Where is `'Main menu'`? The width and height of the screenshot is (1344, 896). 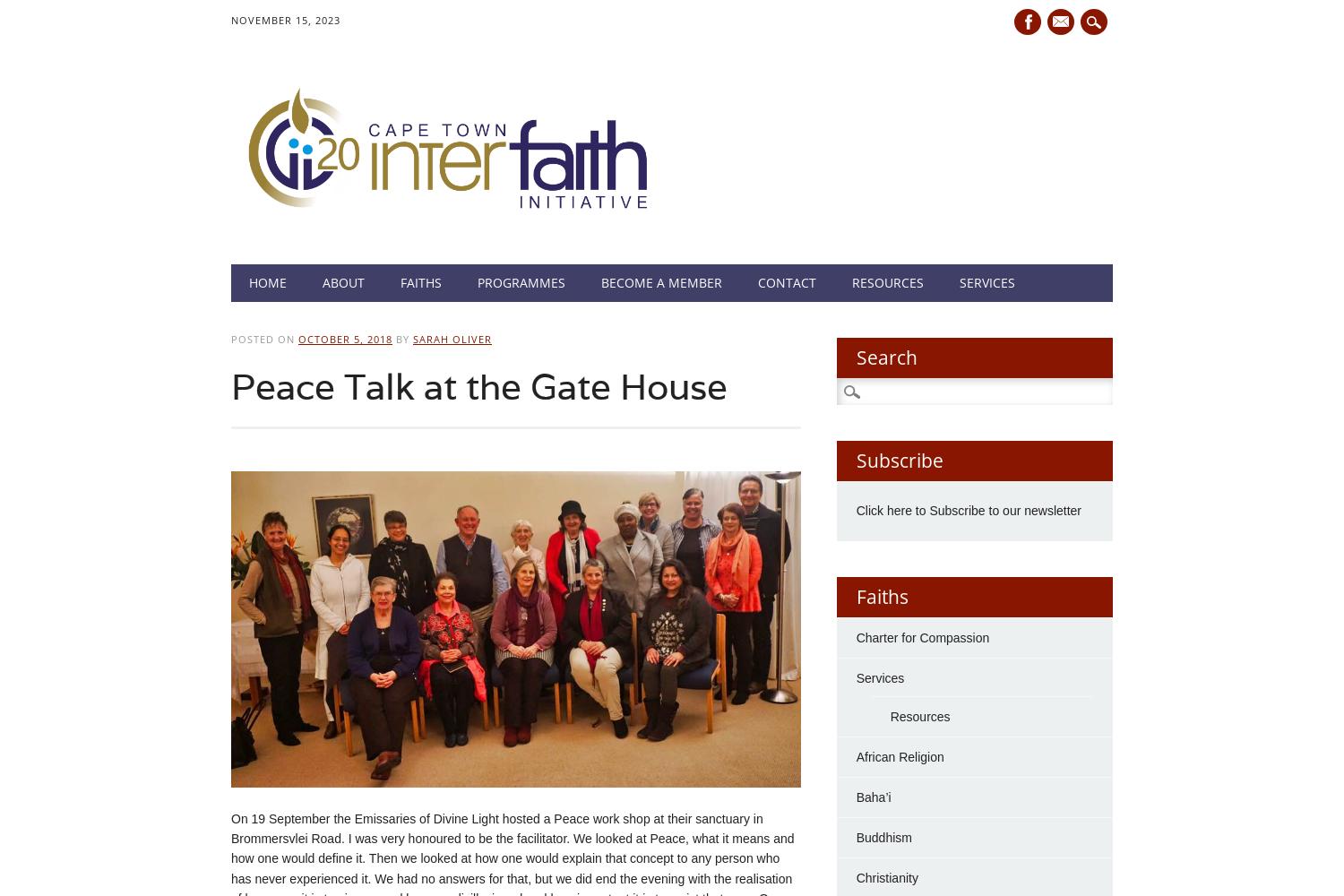
'Main menu' is located at coordinates (231, 277).